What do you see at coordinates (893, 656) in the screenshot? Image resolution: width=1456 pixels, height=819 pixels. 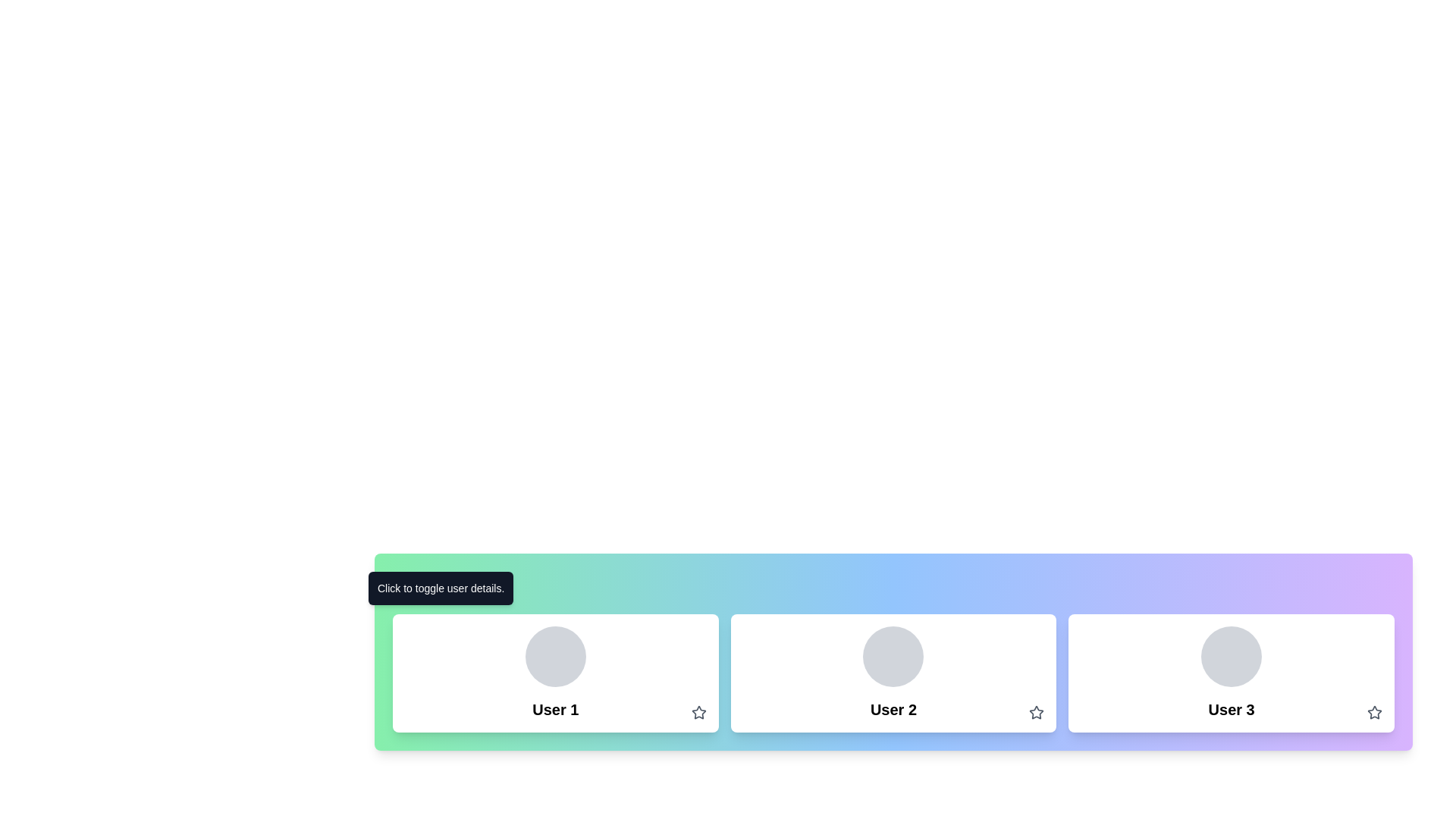 I see `the visual placeholder for the user profile picture located at the top central position of the 'User 2' card` at bounding box center [893, 656].